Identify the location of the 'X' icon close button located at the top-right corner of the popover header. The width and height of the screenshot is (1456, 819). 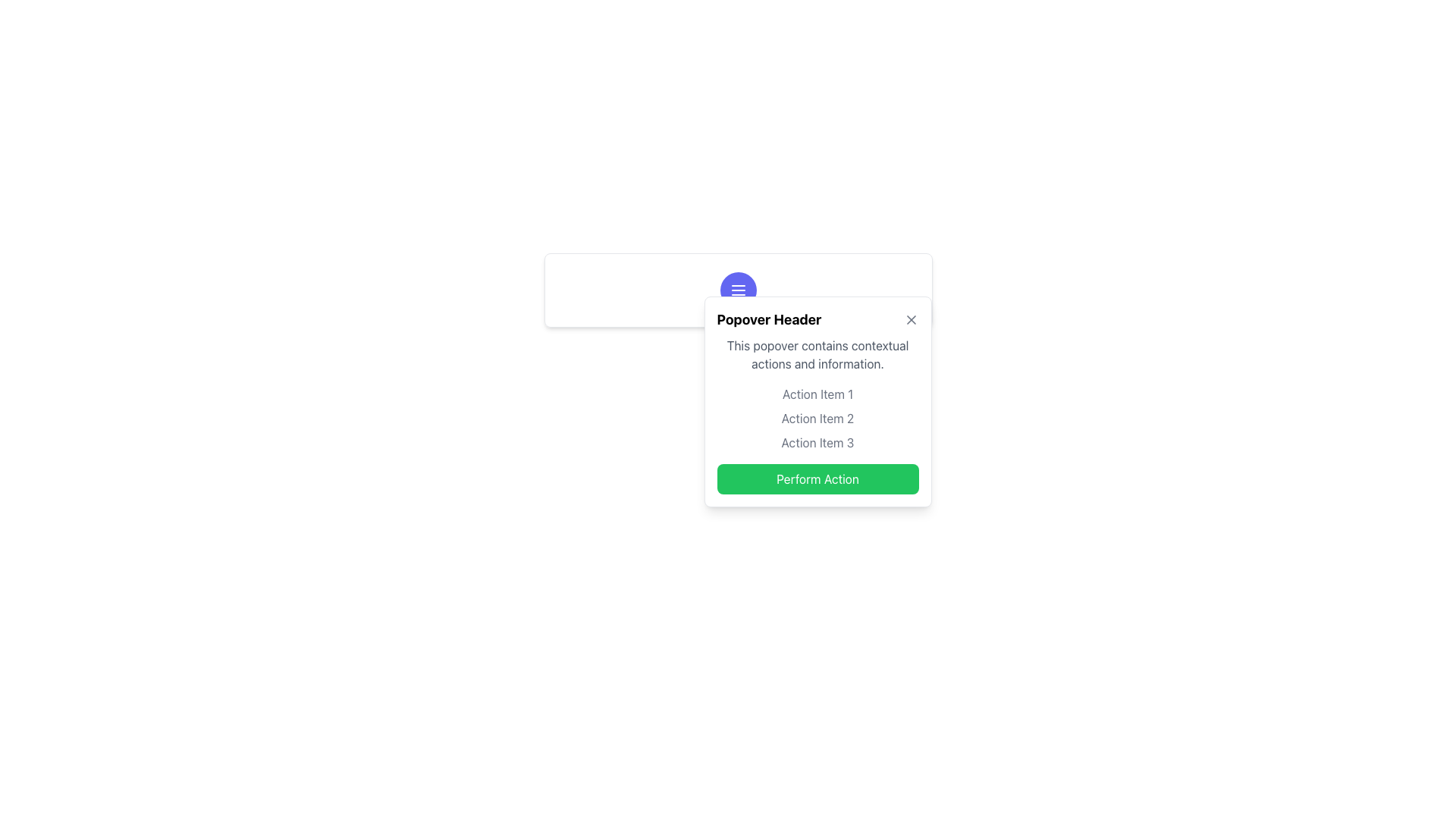
(910, 318).